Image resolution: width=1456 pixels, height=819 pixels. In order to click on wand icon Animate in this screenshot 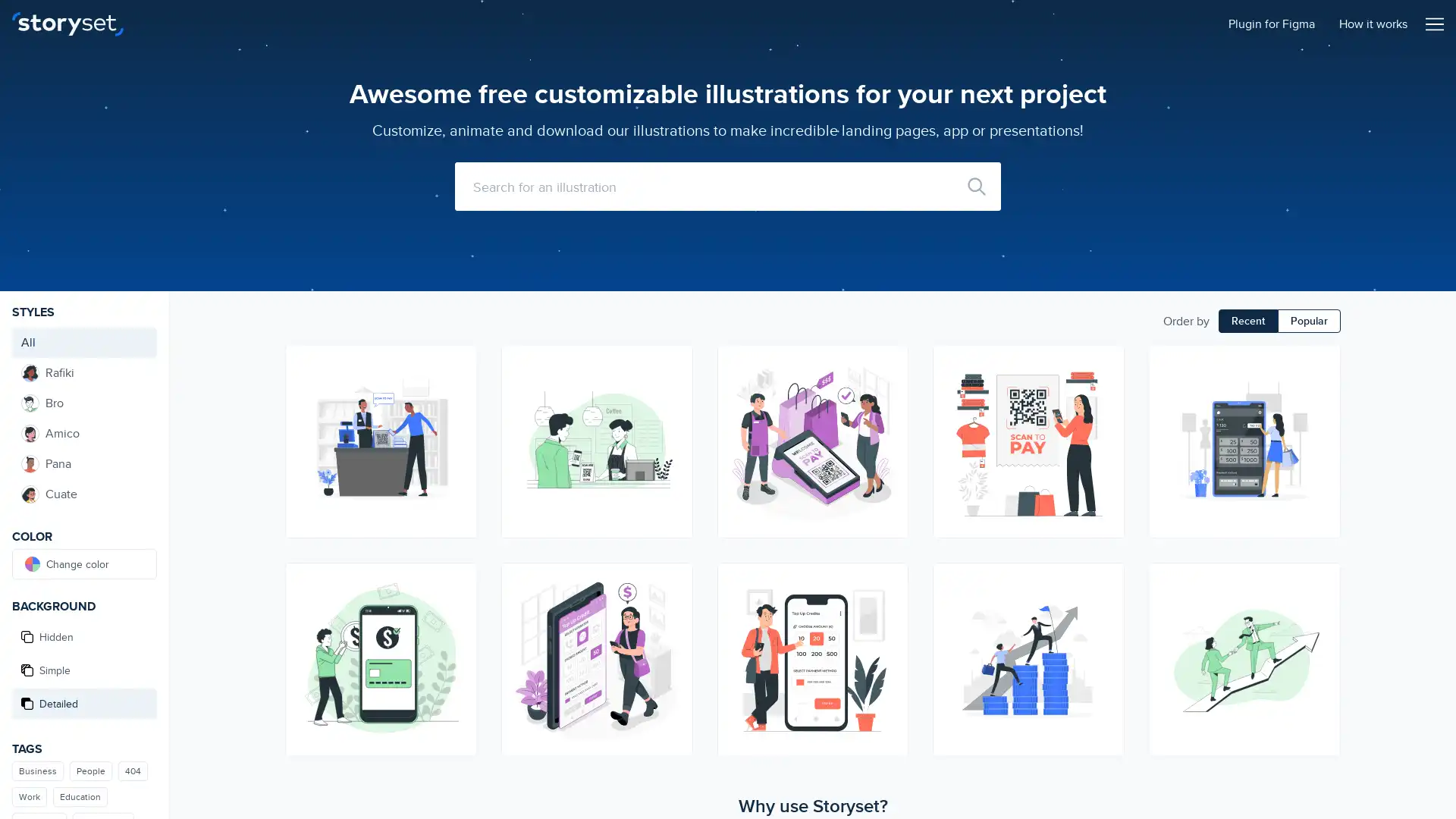, I will do `click(673, 363)`.